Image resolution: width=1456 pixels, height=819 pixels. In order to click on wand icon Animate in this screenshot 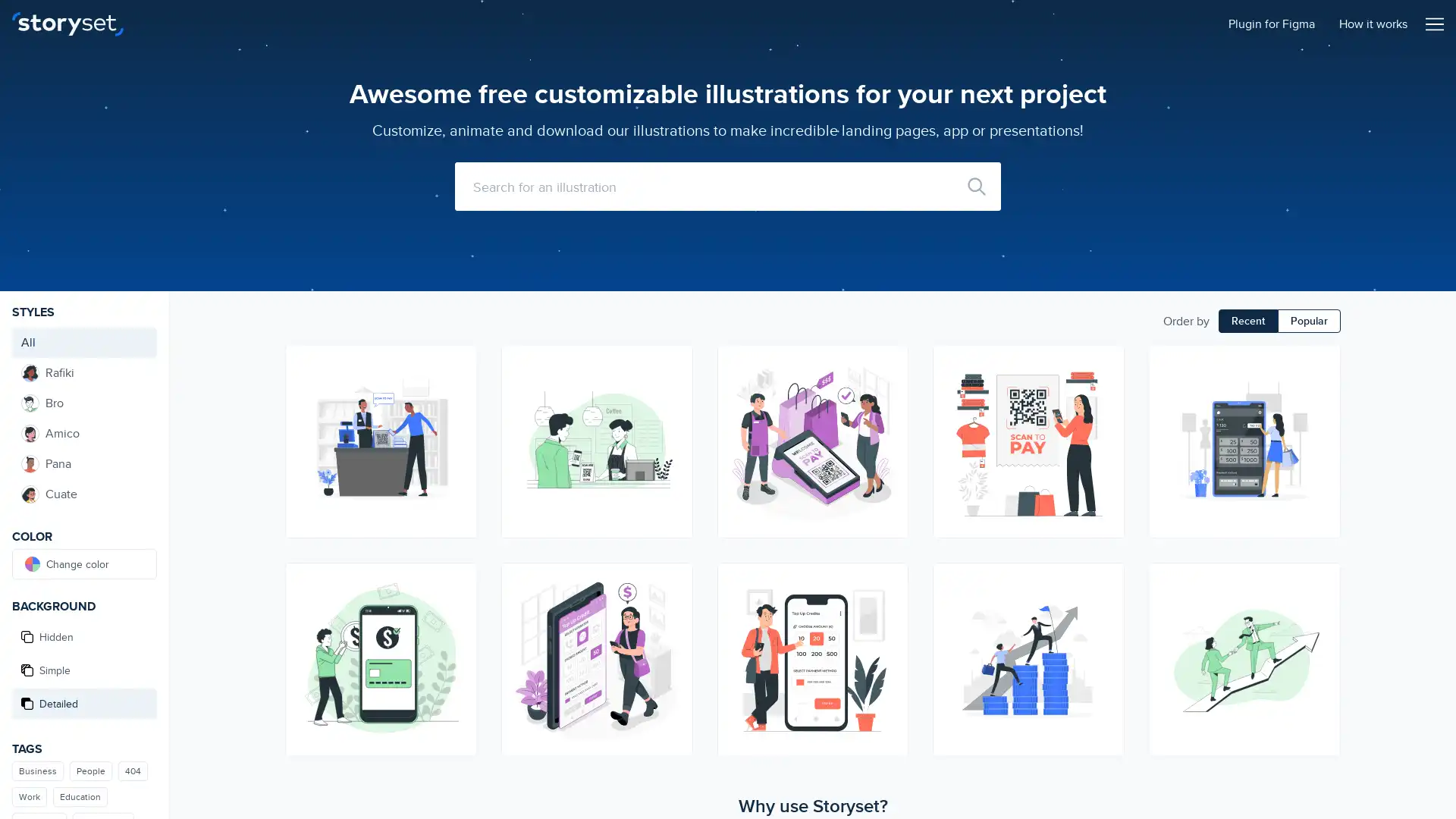, I will do `click(673, 363)`.